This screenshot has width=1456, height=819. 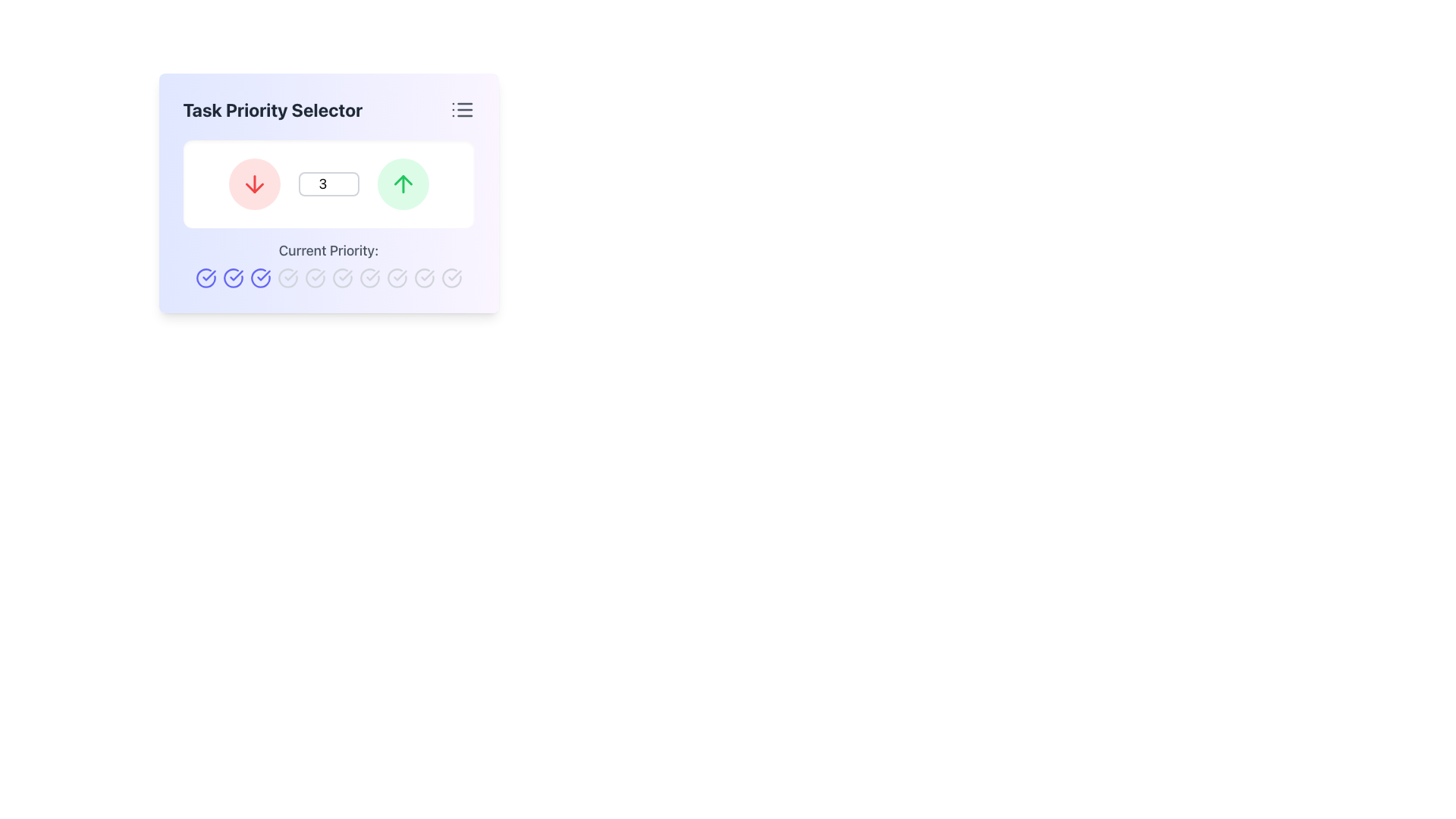 What do you see at coordinates (403, 184) in the screenshot?
I see `the button located to the right of the number input field in the 'Task Priority Selector' interface to increase the priority value` at bounding box center [403, 184].